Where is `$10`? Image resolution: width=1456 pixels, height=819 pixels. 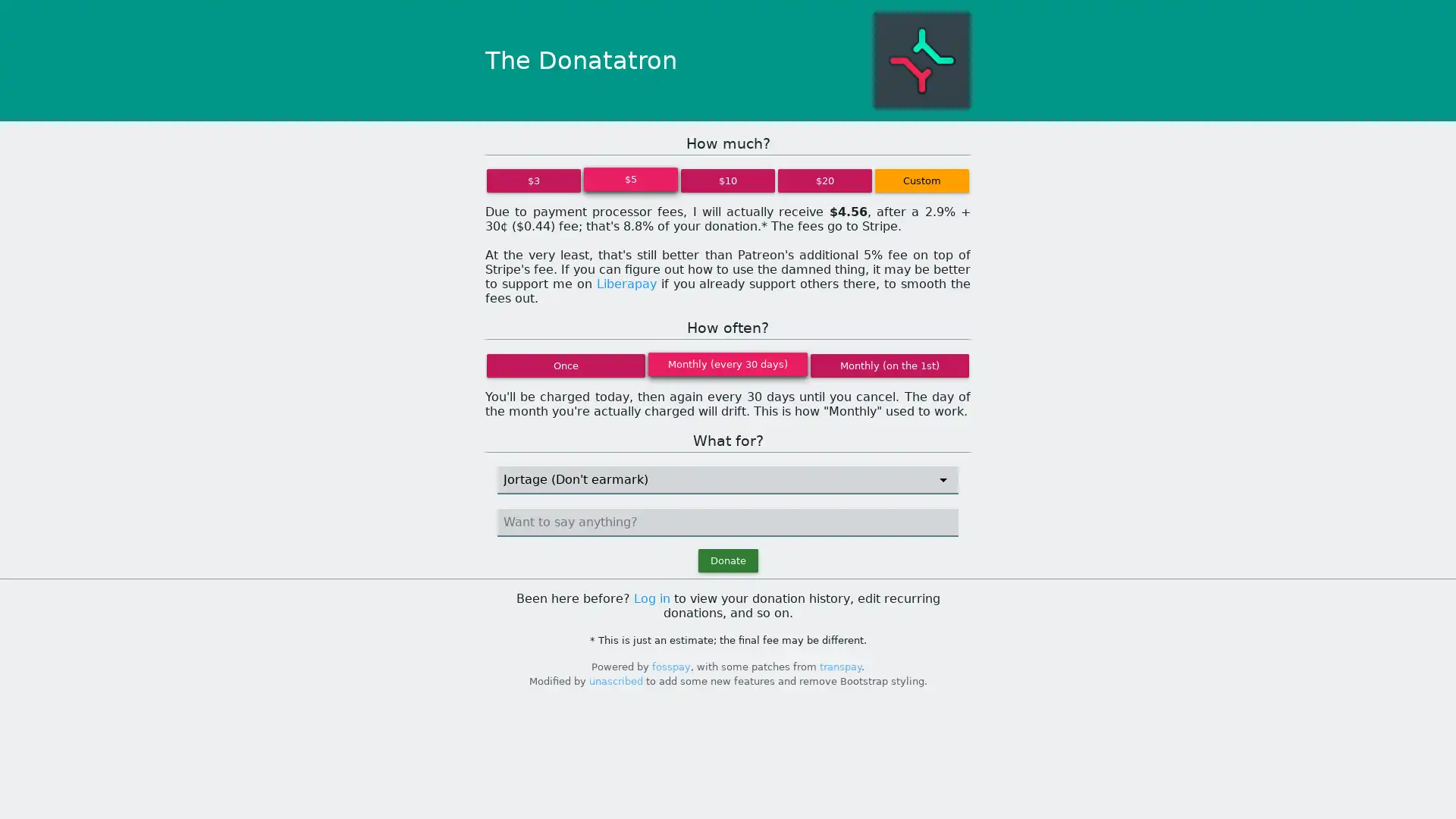
$10 is located at coordinates (728, 180).